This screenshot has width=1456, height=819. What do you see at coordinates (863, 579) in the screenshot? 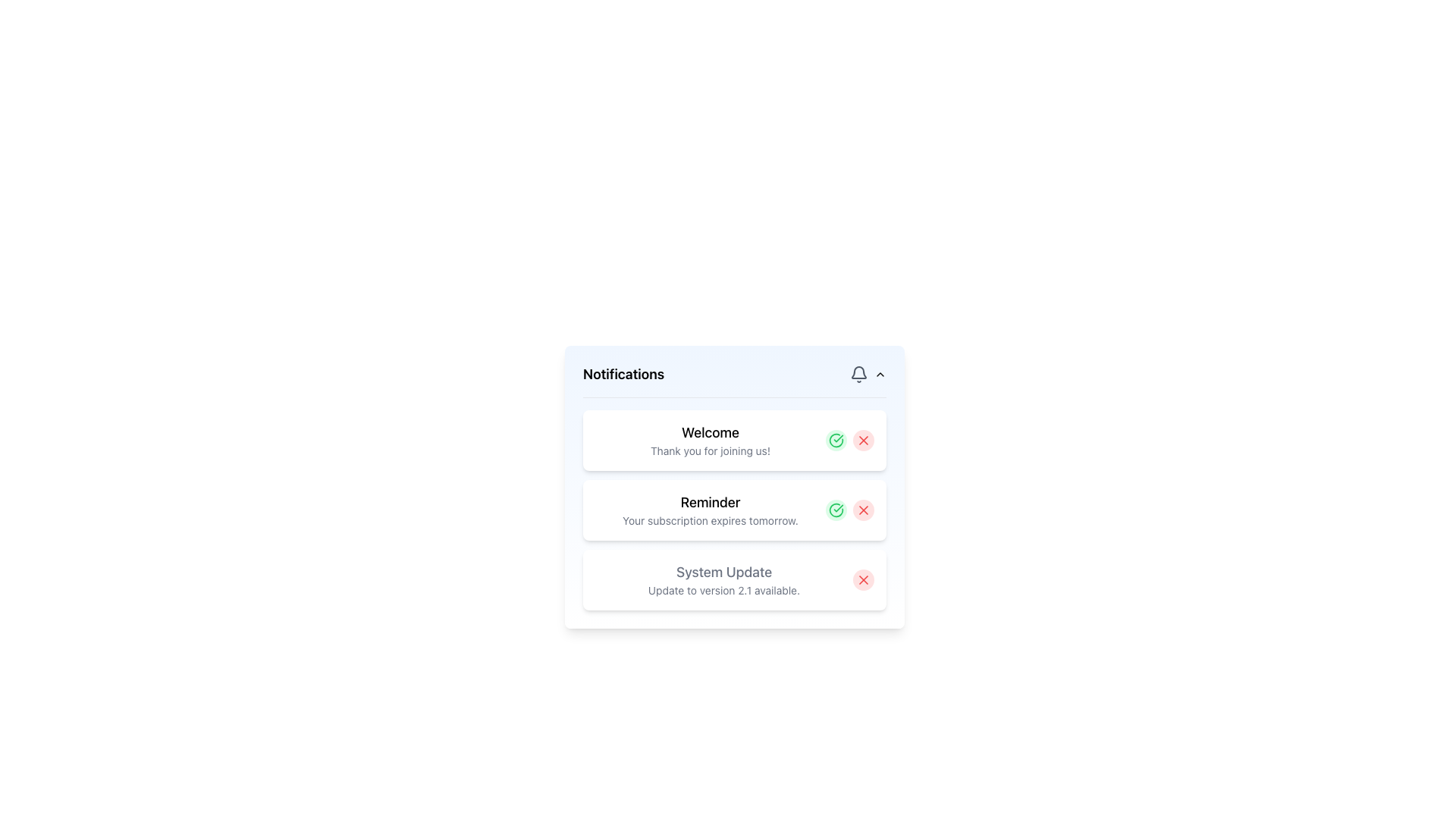
I see `the close button located in the bottom-right corner of the notification card containing the 'System Update' message` at bounding box center [863, 579].